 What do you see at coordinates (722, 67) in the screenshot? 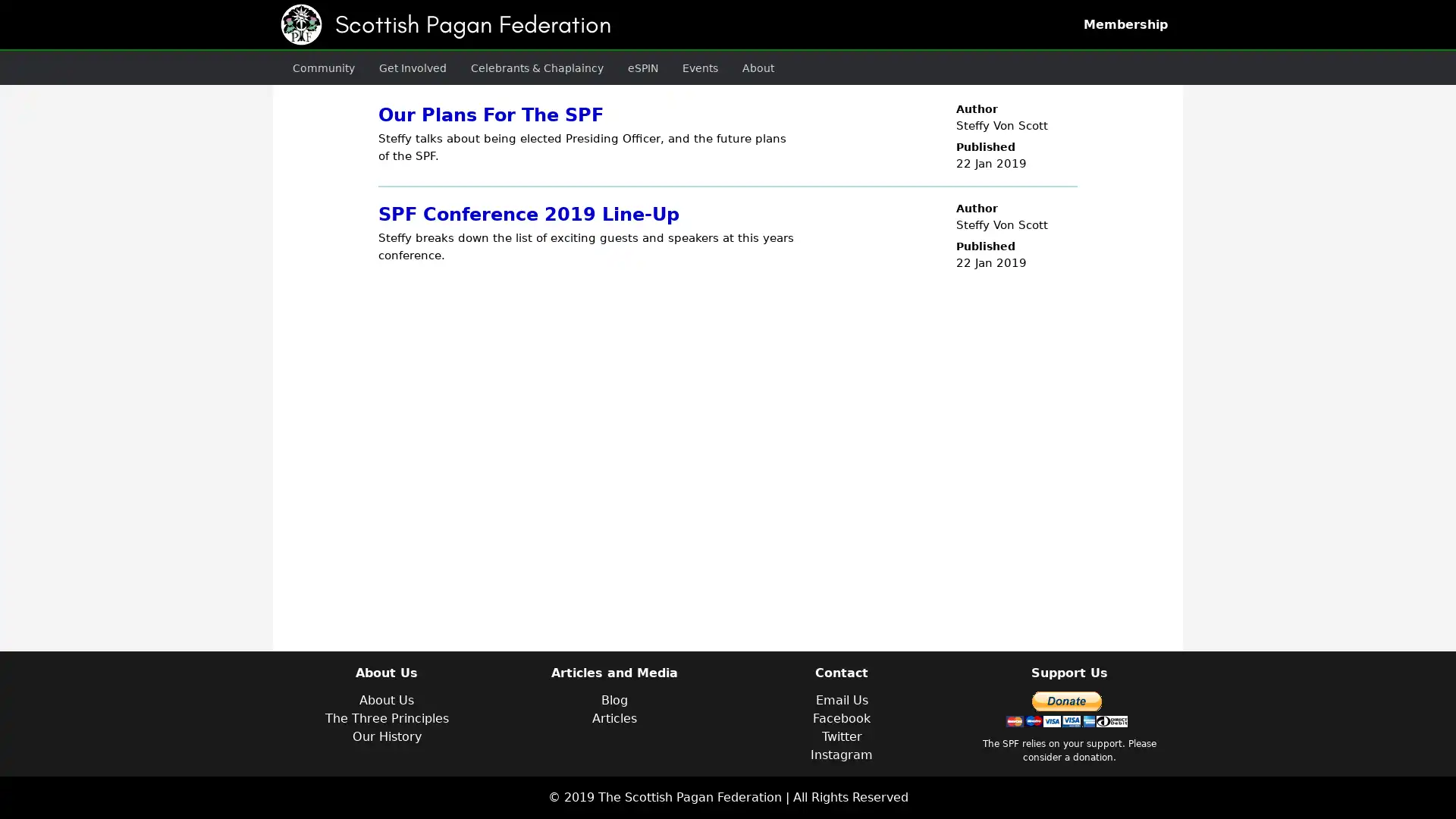
I see `About` at bounding box center [722, 67].